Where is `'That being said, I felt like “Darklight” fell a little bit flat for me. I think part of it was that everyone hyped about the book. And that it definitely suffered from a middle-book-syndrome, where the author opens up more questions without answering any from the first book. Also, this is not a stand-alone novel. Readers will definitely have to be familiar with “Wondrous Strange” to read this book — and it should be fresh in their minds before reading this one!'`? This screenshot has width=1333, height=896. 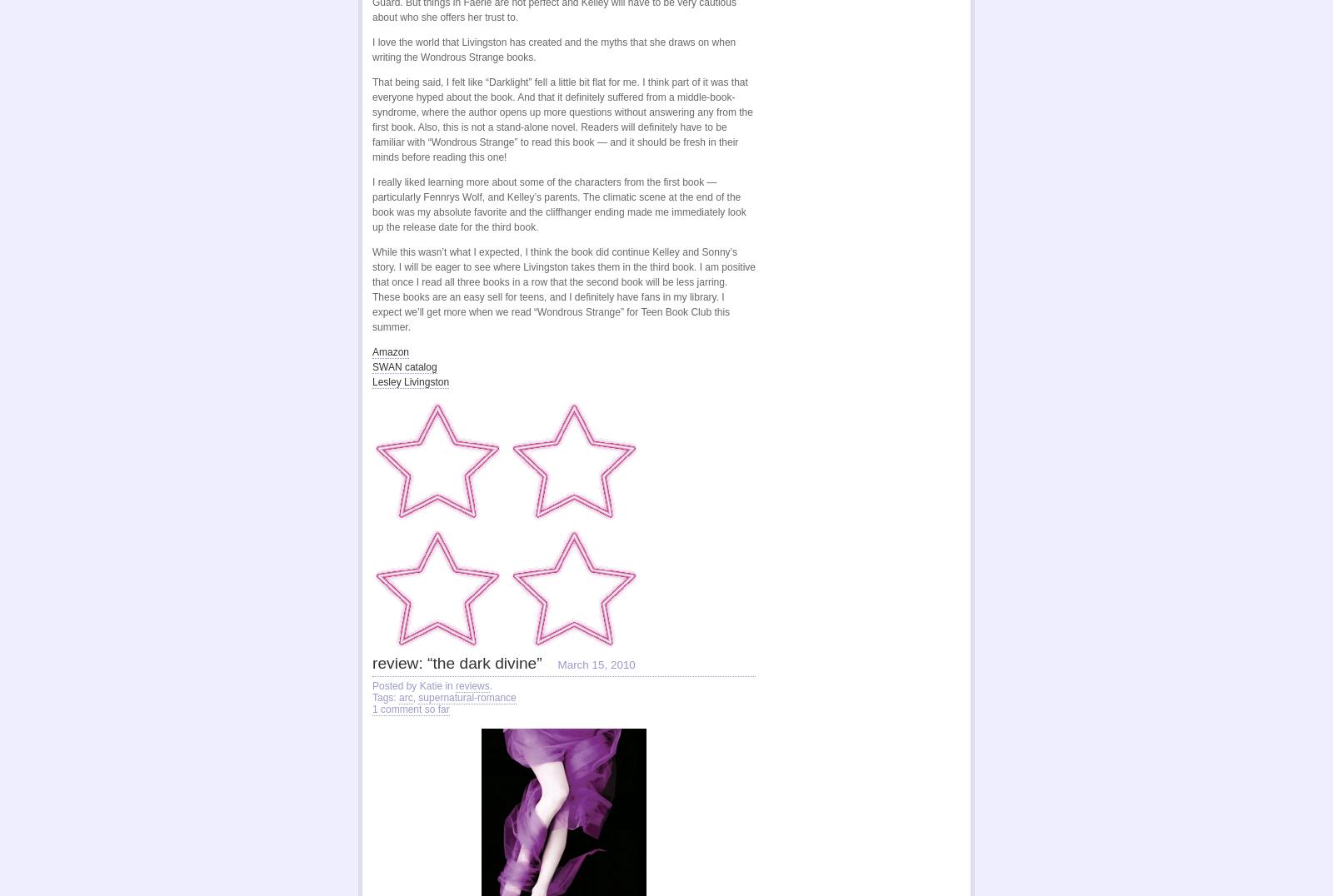 'That being said, I felt like “Darklight” fell a little bit flat for me. I think part of it was that everyone hyped about the book. And that it definitely suffered from a middle-book-syndrome, where the author opens up more questions without answering any from the first book. Also, this is not a stand-alone novel. Readers will definitely have to be familiar with “Wondrous Strange” to read this book — and it should be fresh in their minds before reading this one!' is located at coordinates (562, 119).